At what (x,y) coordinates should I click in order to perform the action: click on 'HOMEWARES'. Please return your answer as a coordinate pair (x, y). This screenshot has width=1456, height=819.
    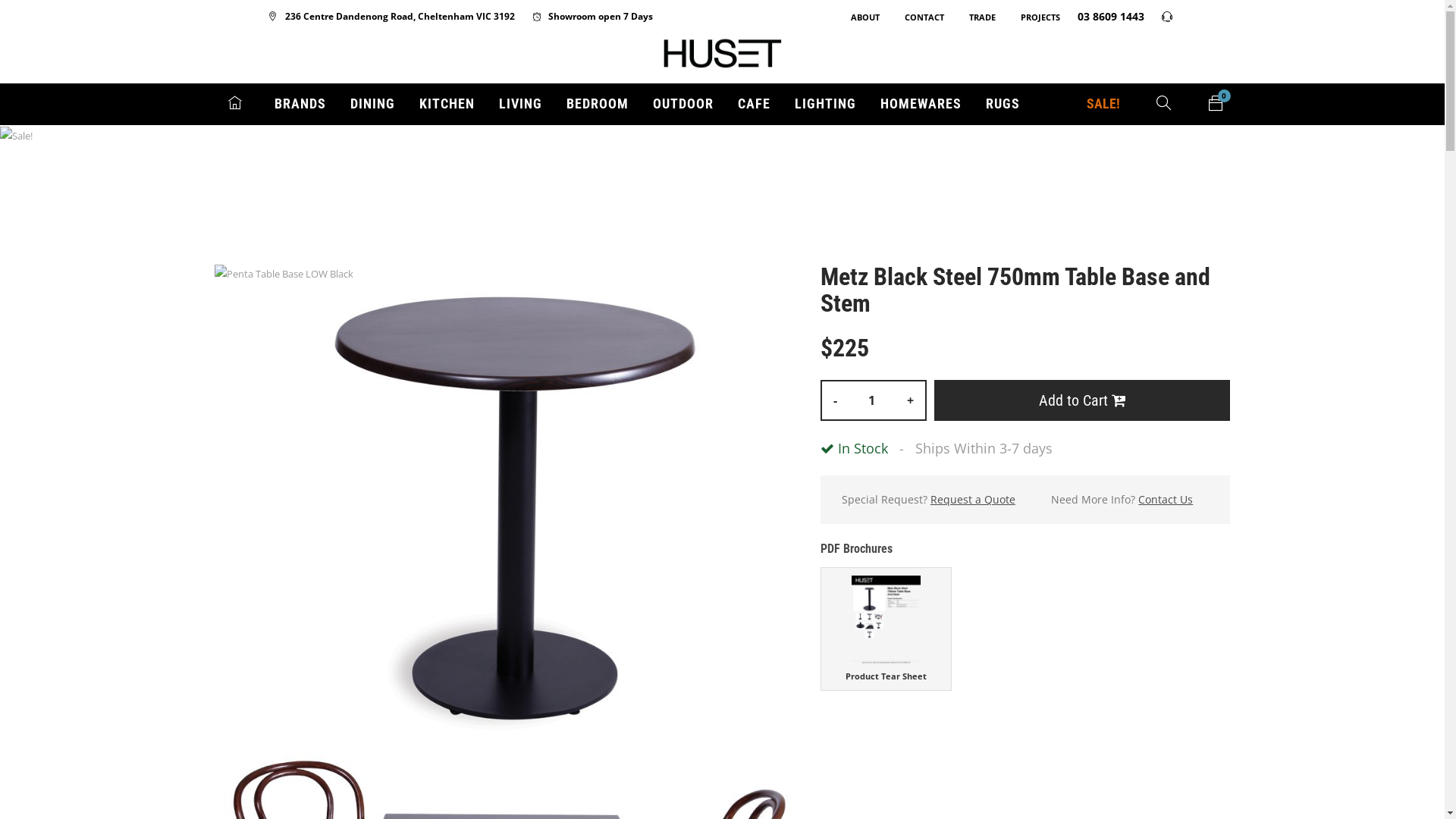
    Looking at the image, I should click on (919, 103).